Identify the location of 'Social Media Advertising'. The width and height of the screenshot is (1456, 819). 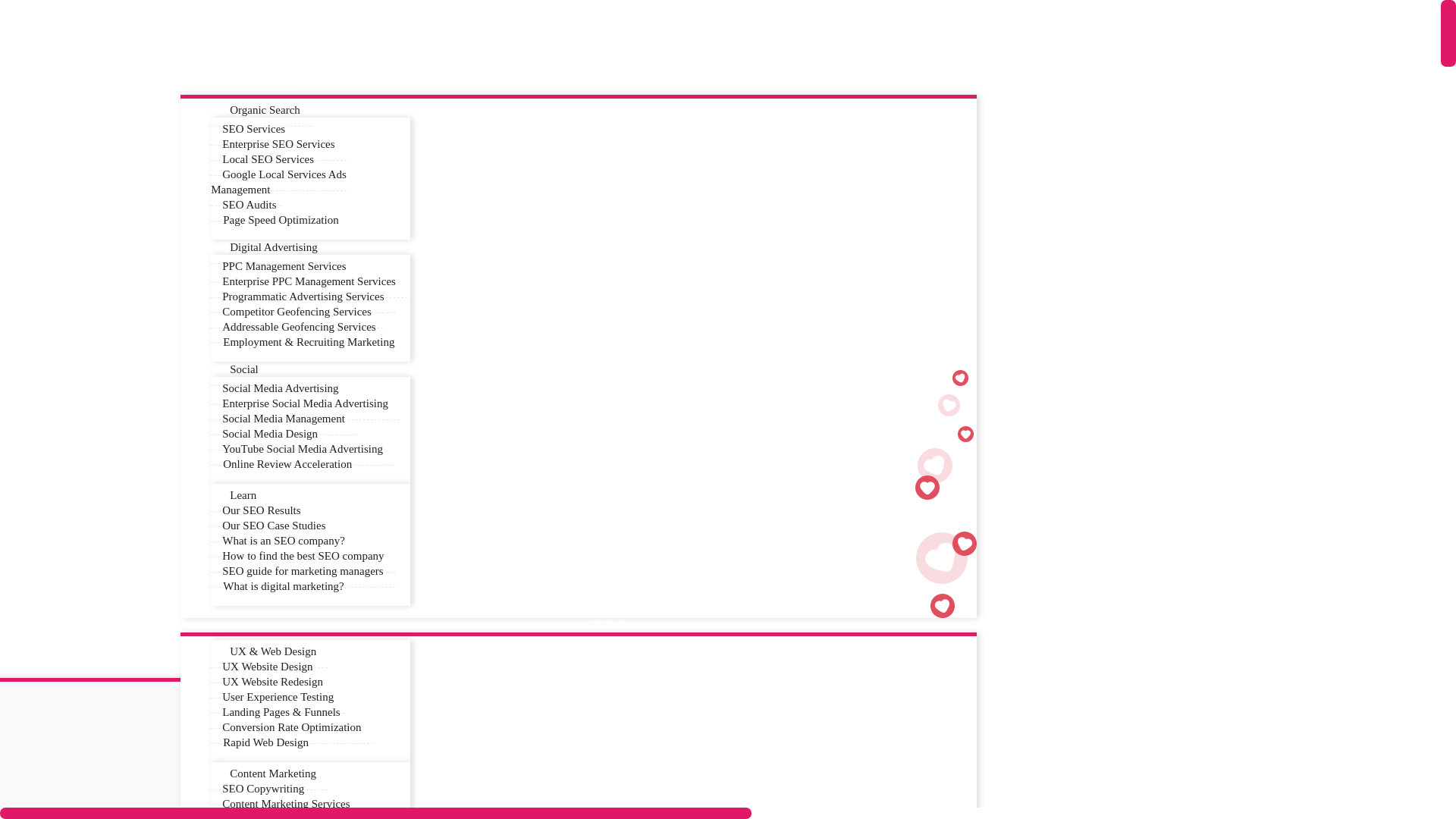
(280, 388).